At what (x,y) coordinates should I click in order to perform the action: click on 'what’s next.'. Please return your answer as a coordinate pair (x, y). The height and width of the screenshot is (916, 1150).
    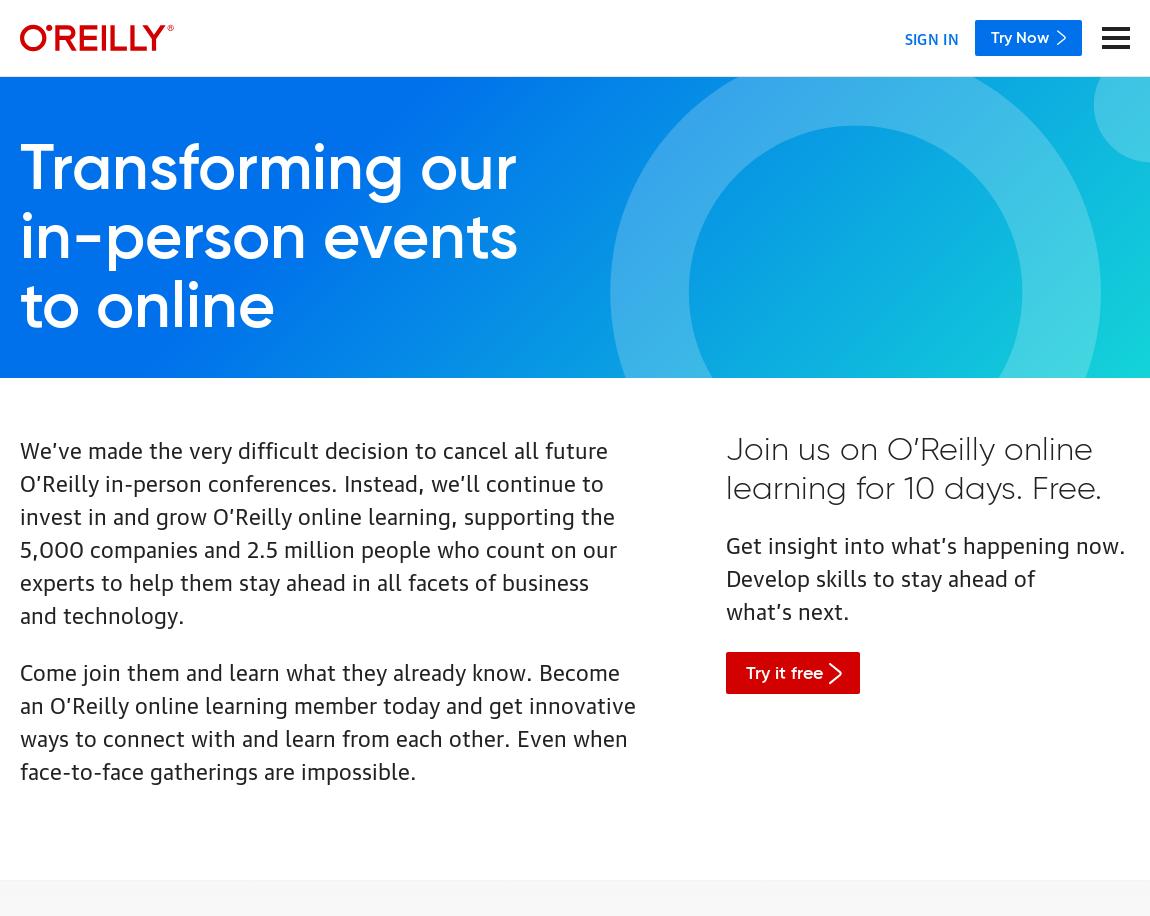
    Looking at the image, I should click on (786, 609).